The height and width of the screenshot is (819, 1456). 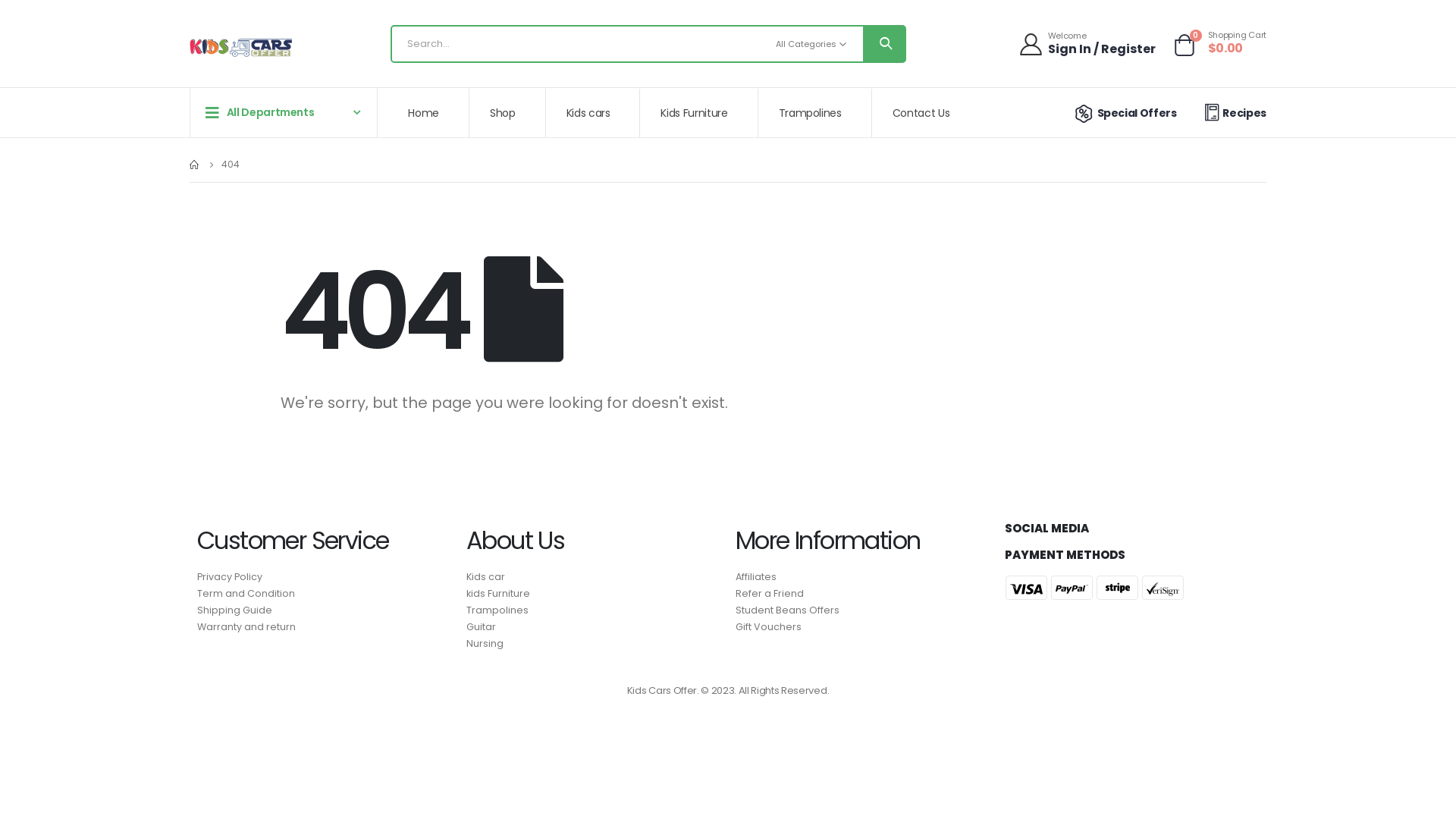 I want to click on 'Shipping Guide', so click(x=196, y=610).